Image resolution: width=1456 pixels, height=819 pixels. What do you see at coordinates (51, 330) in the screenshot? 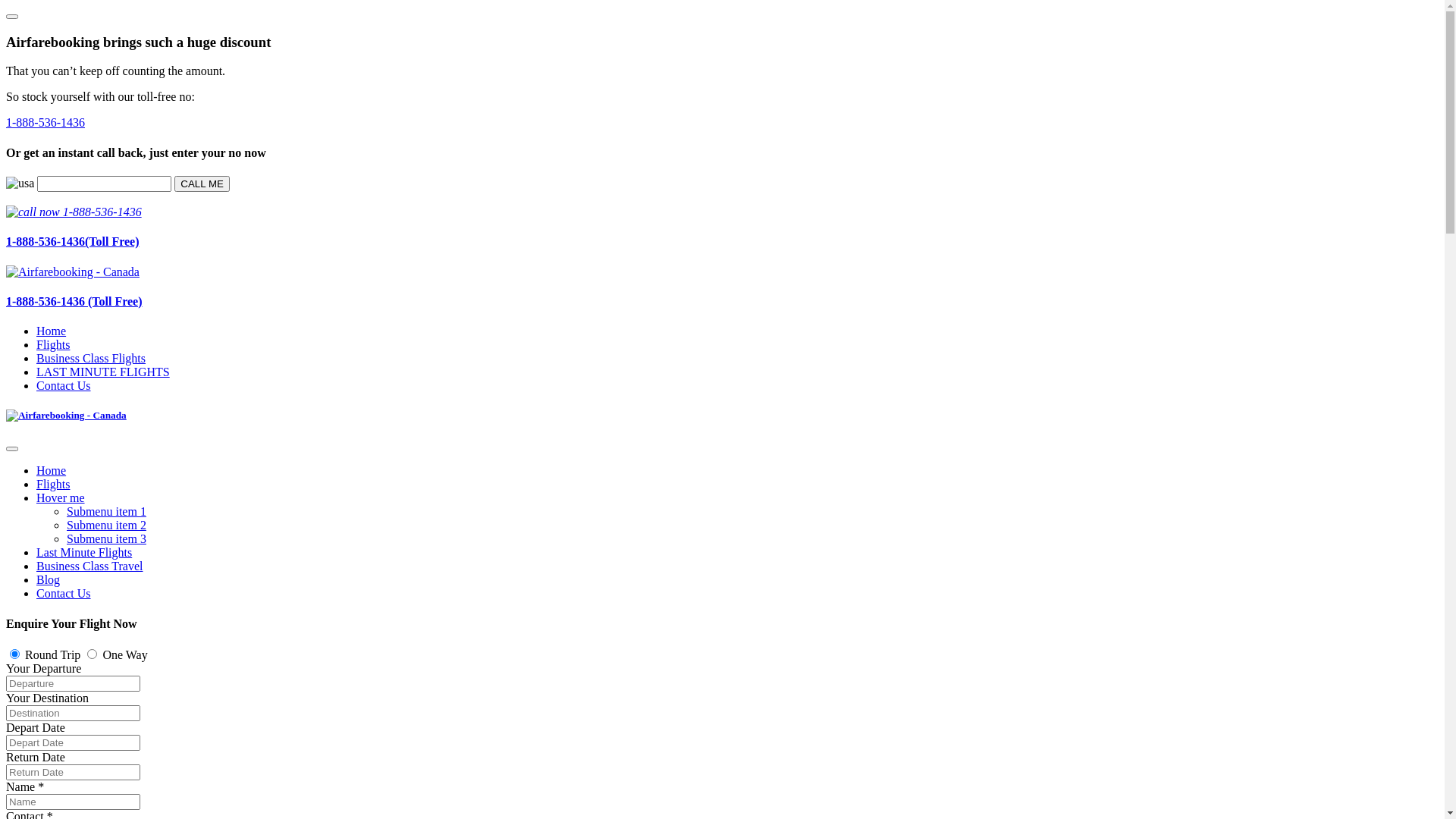
I see `'Home'` at bounding box center [51, 330].